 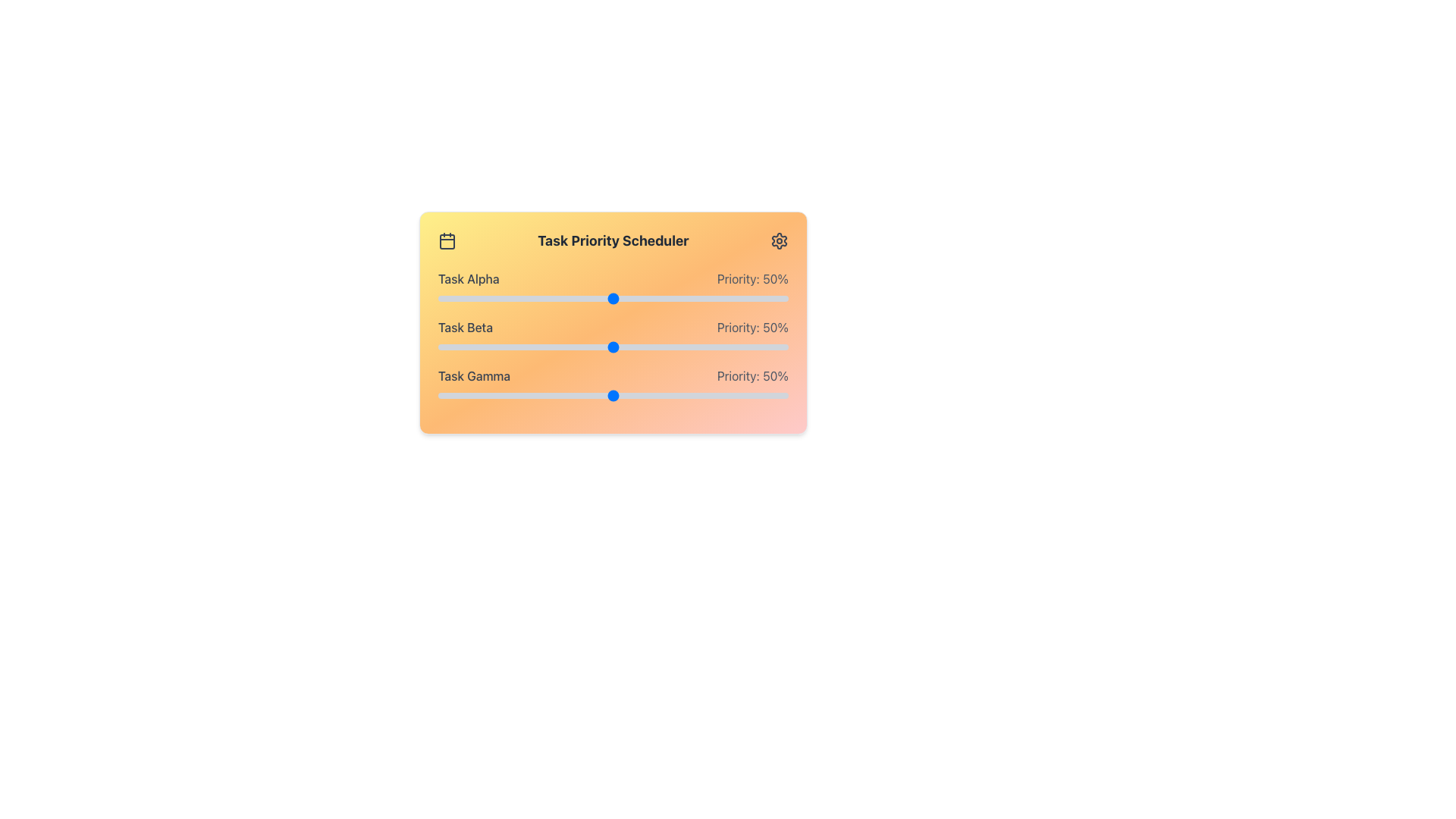 What do you see at coordinates (779, 240) in the screenshot?
I see `the gear-shaped settings icon located` at bounding box center [779, 240].